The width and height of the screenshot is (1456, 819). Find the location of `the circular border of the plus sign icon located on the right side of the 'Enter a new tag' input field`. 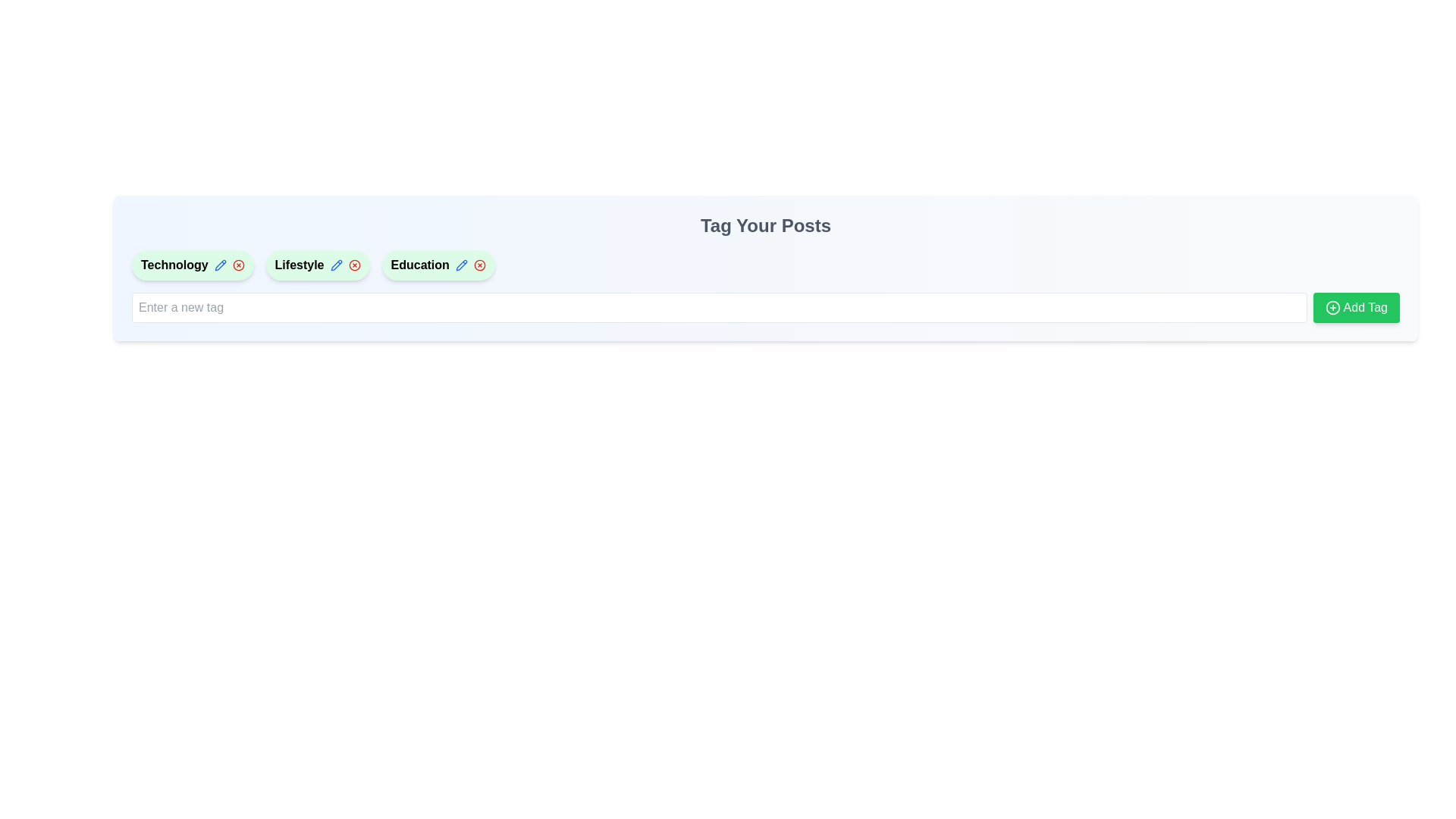

the circular border of the plus sign icon located on the right side of the 'Enter a new tag' input field is located at coordinates (1332, 307).